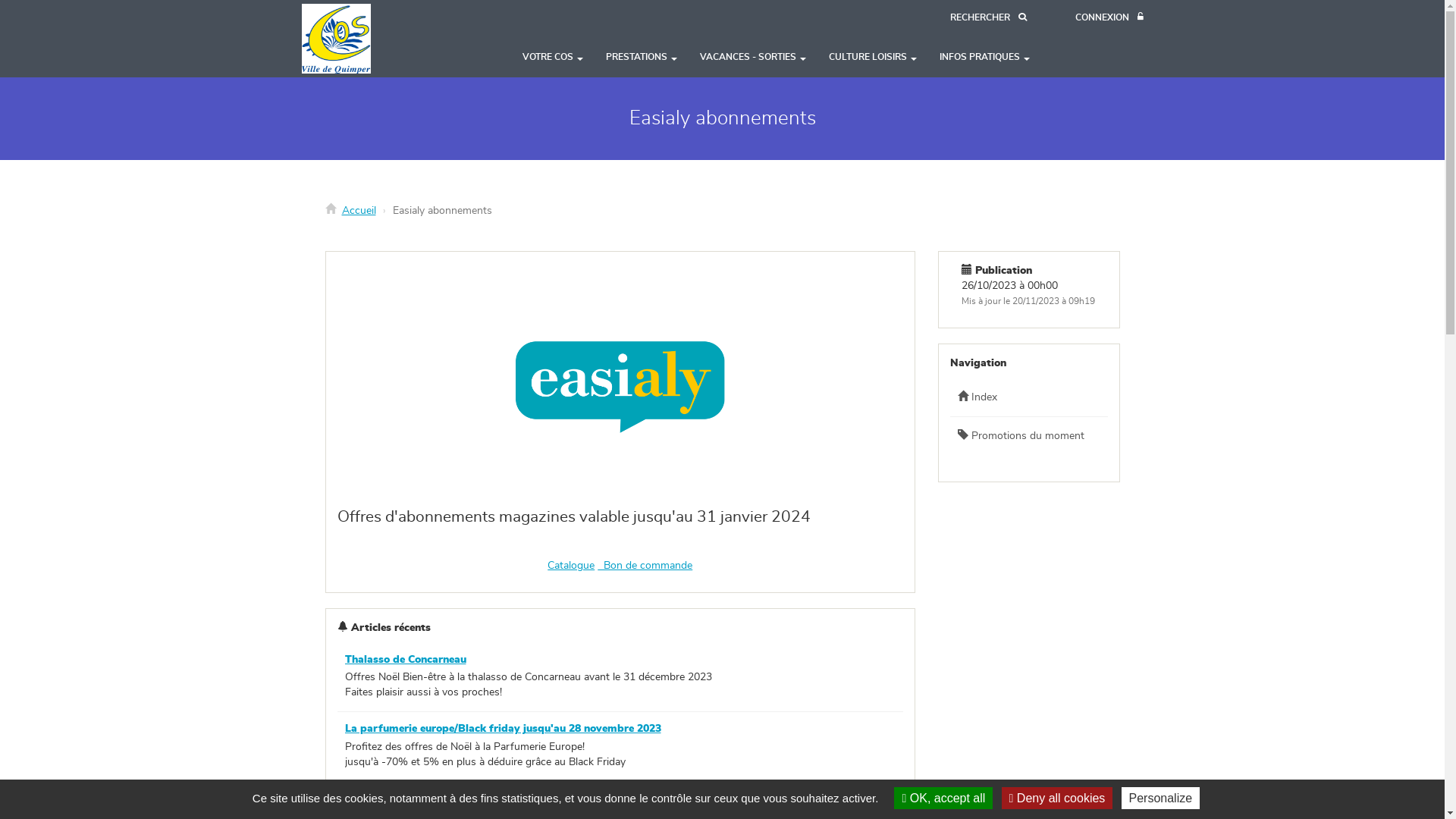 This screenshot has width=1456, height=819. I want to click on 'VOTRE COS', so click(552, 55).